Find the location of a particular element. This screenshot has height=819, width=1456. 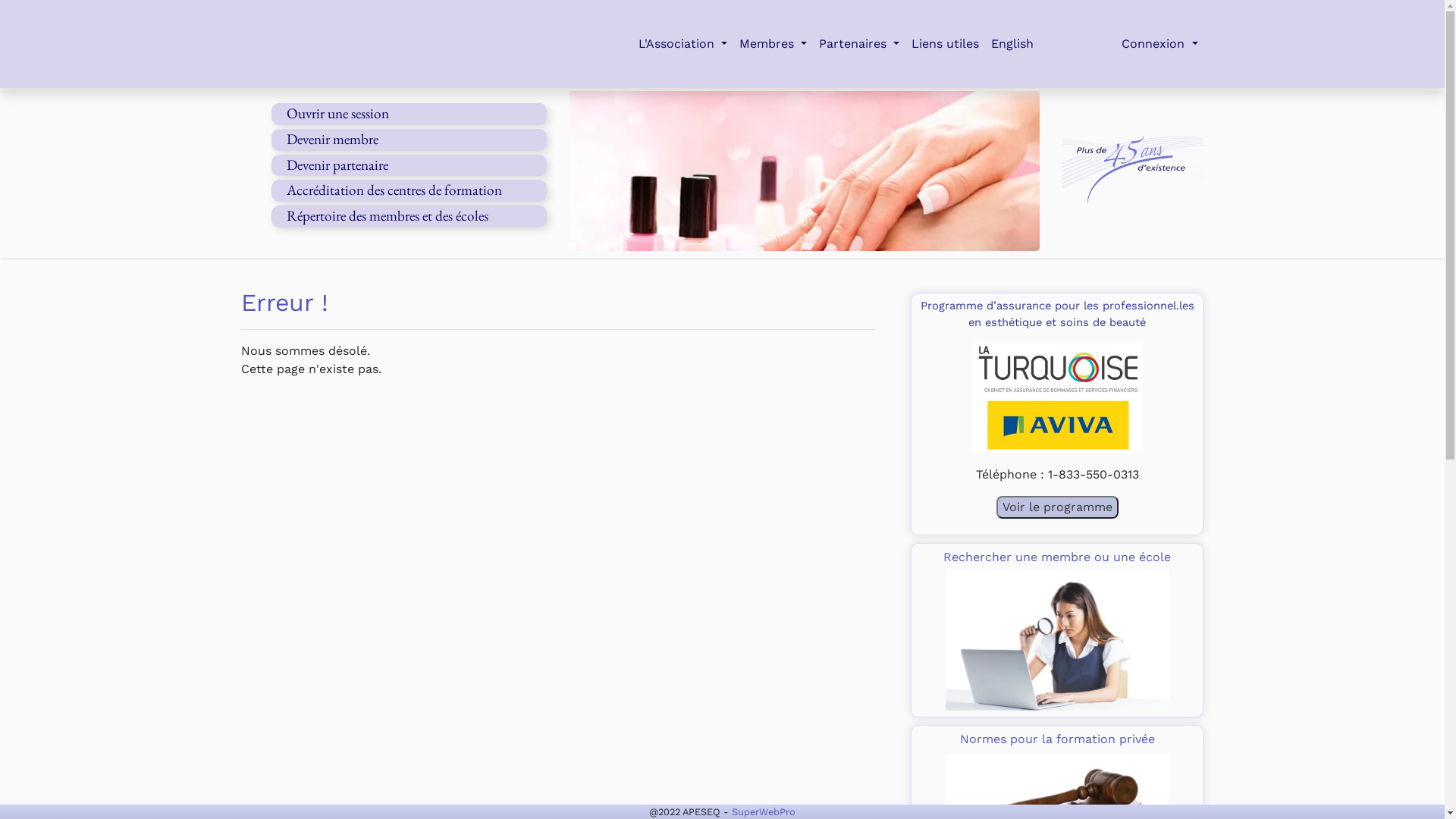

'Membres' is located at coordinates (773, 42).